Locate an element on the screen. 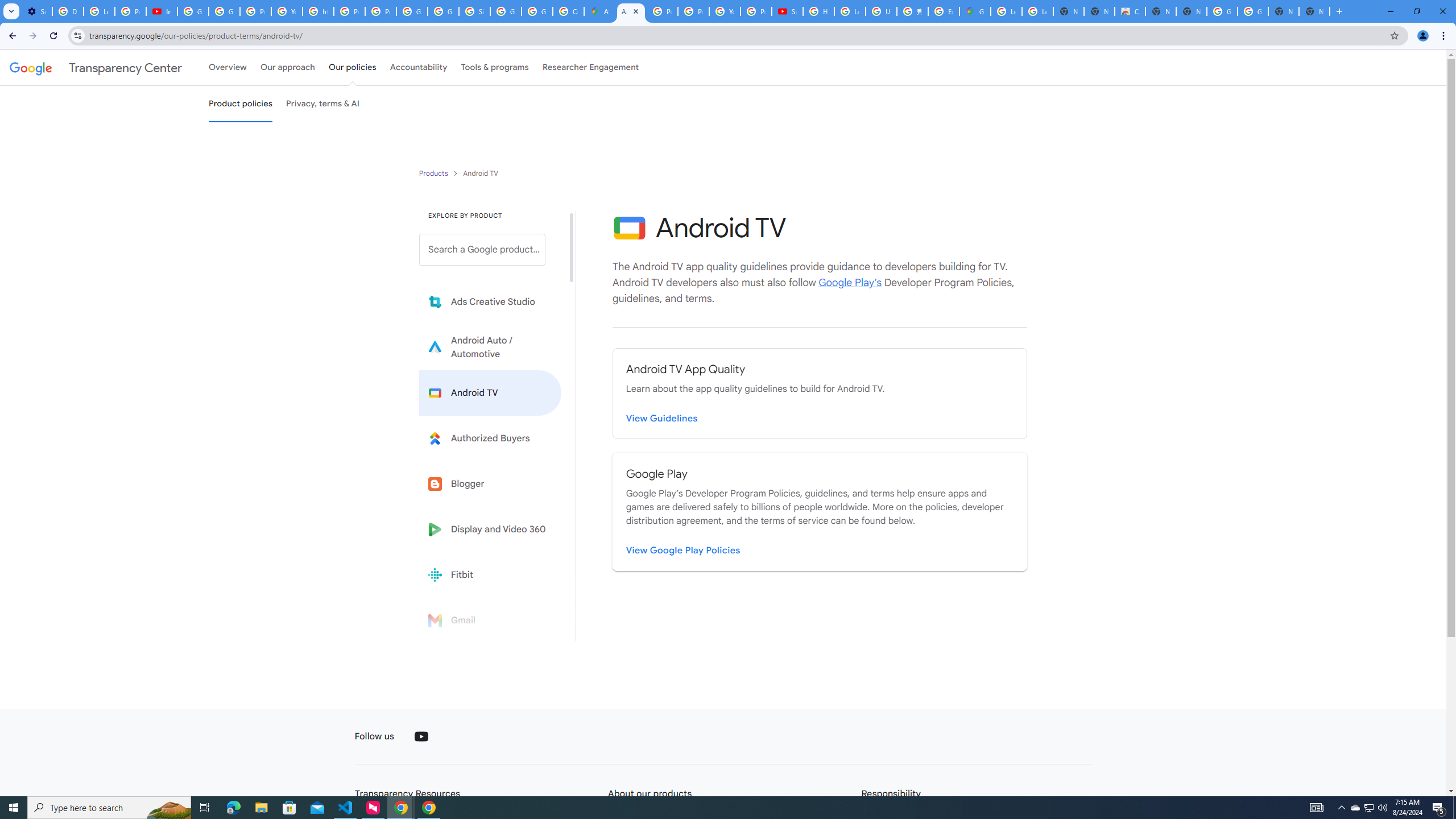 Image resolution: width=1456 pixels, height=819 pixels. 'Subscriptions - YouTube' is located at coordinates (787, 11).